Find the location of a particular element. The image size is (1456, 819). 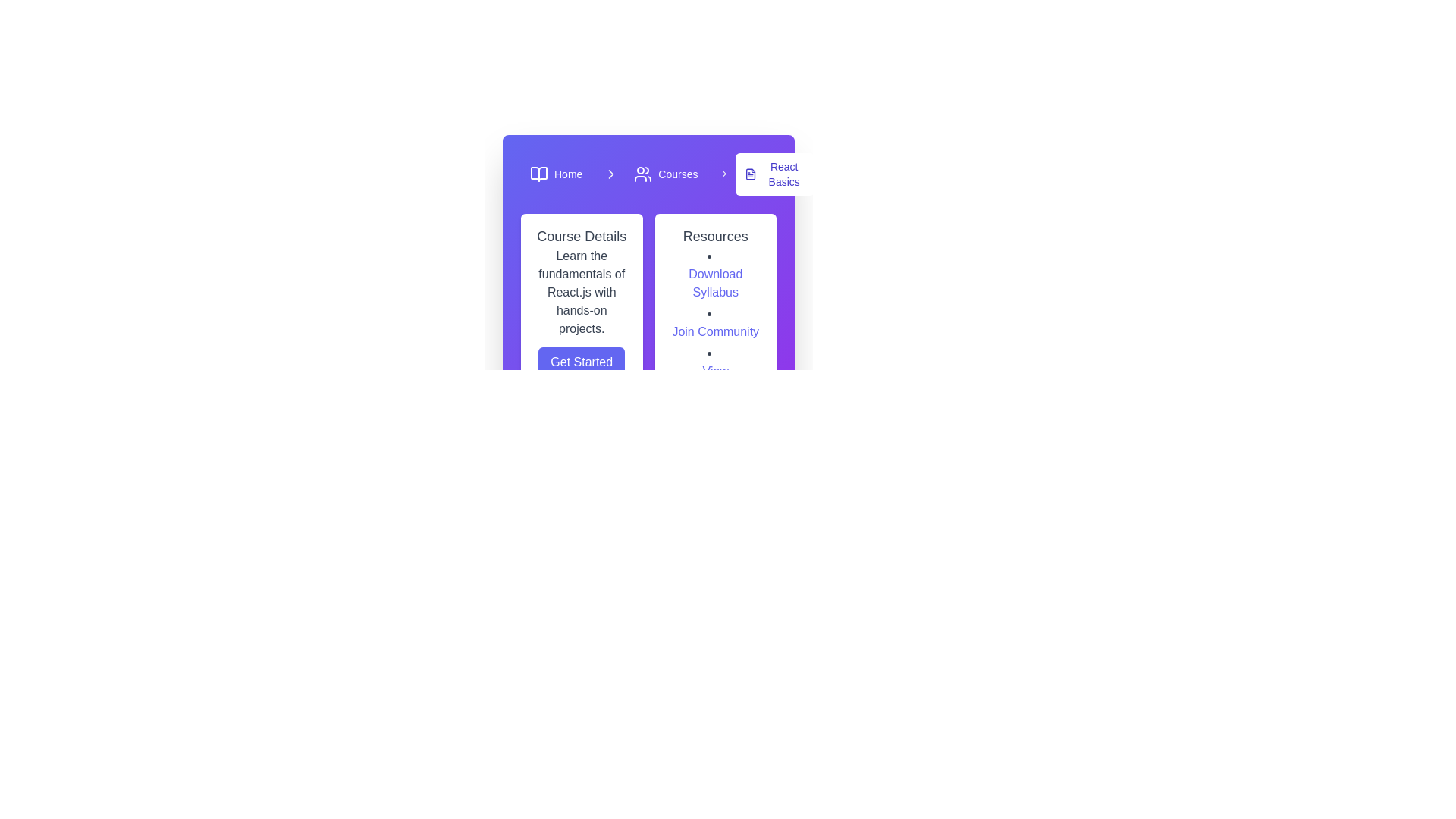

the navigational button that redirects to the home page, located at the top left of the navigation bar is located at coordinates (555, 174).